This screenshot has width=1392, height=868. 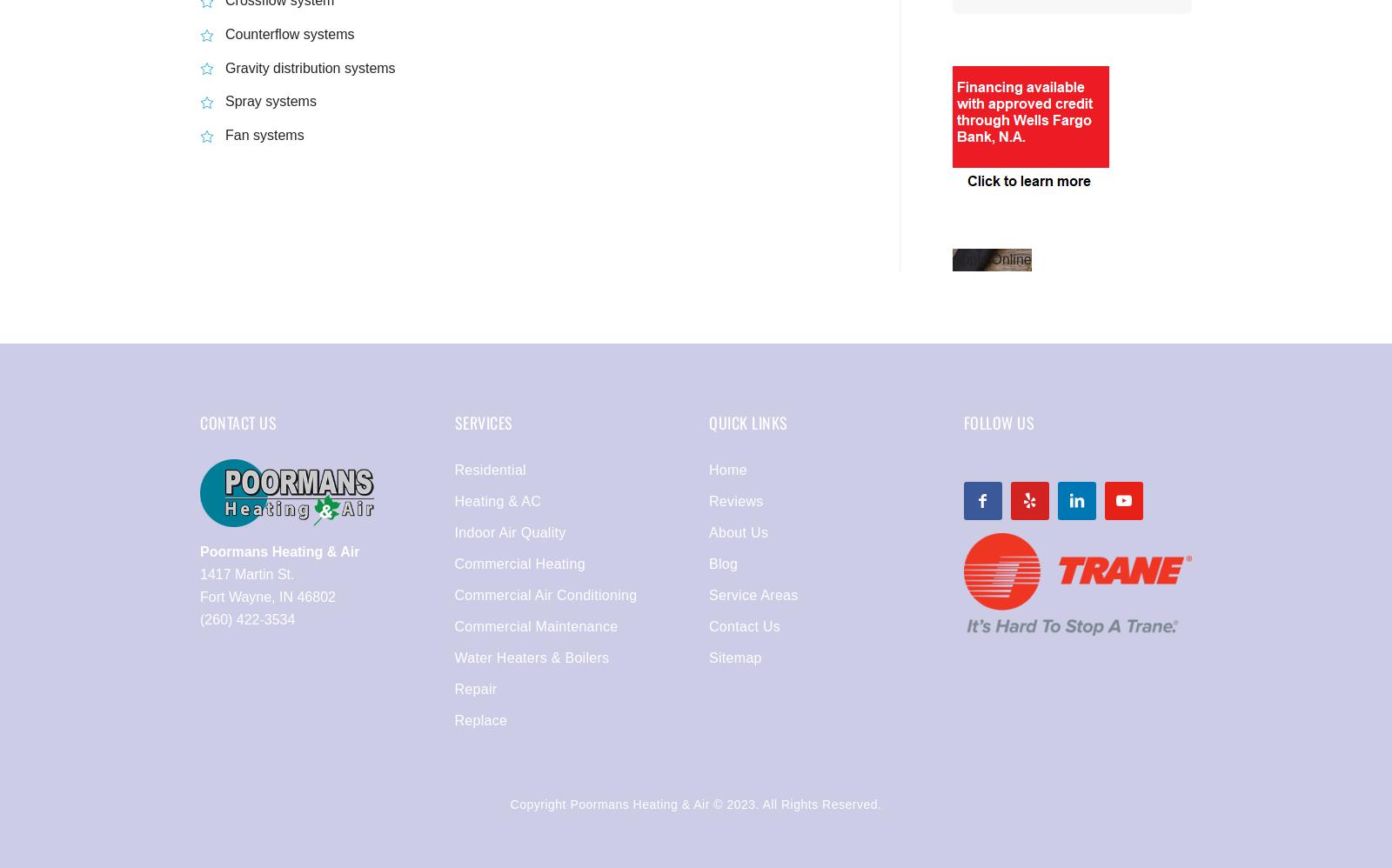 What do you see at coordinates (753, 594) in the screenshot?
I see `'Service Areas'` at bounding box center [753, 594].